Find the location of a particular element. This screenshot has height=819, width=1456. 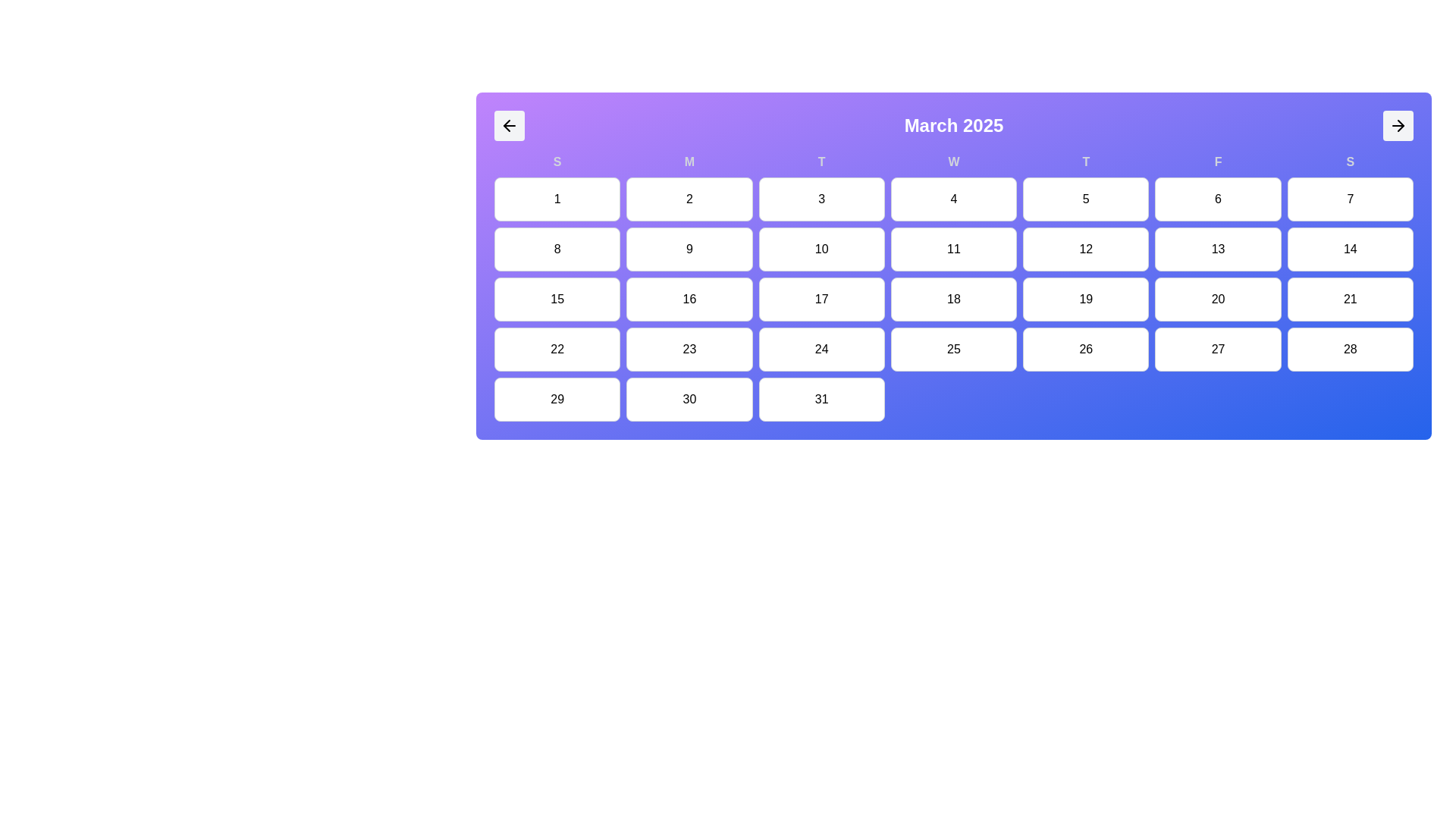

the Calendar day button for March 6th, which is the sixth button in the first row under the 'F' header is located at coordinates (1218, 198).